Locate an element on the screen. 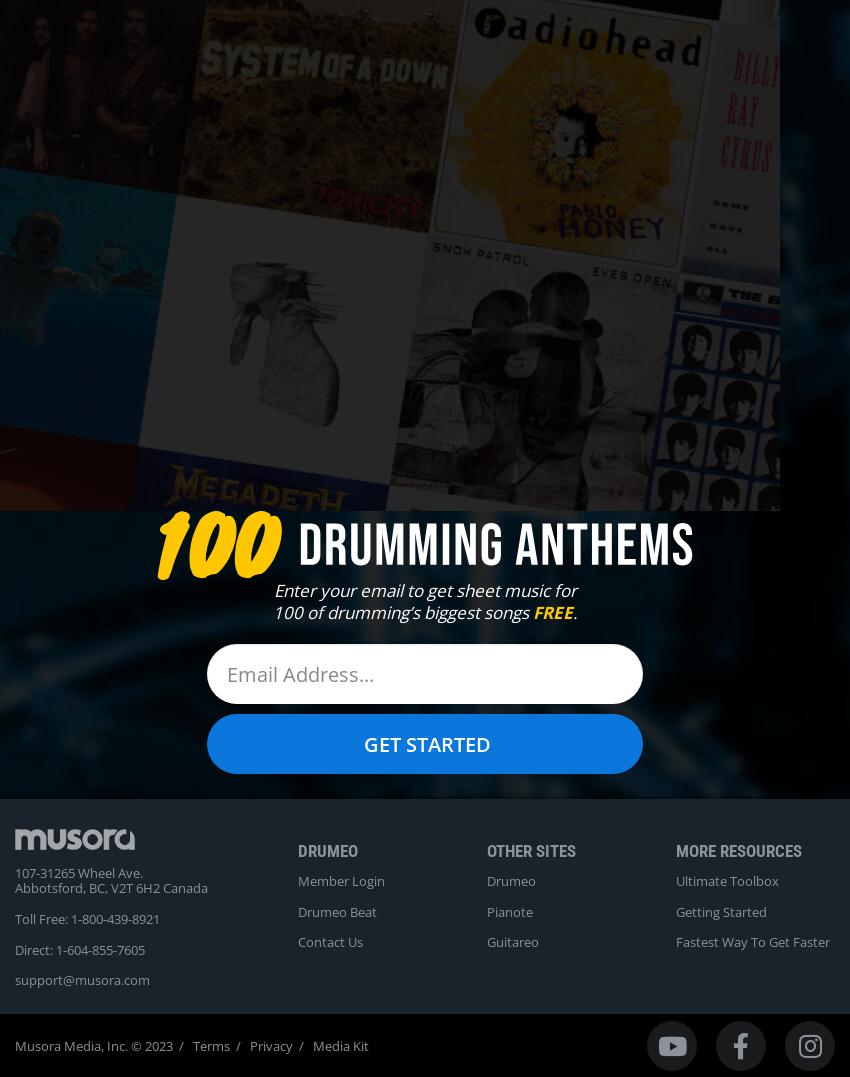 This screenshot has width=850, height=1077. 'More Resources' is located at coordinates (738, 850).